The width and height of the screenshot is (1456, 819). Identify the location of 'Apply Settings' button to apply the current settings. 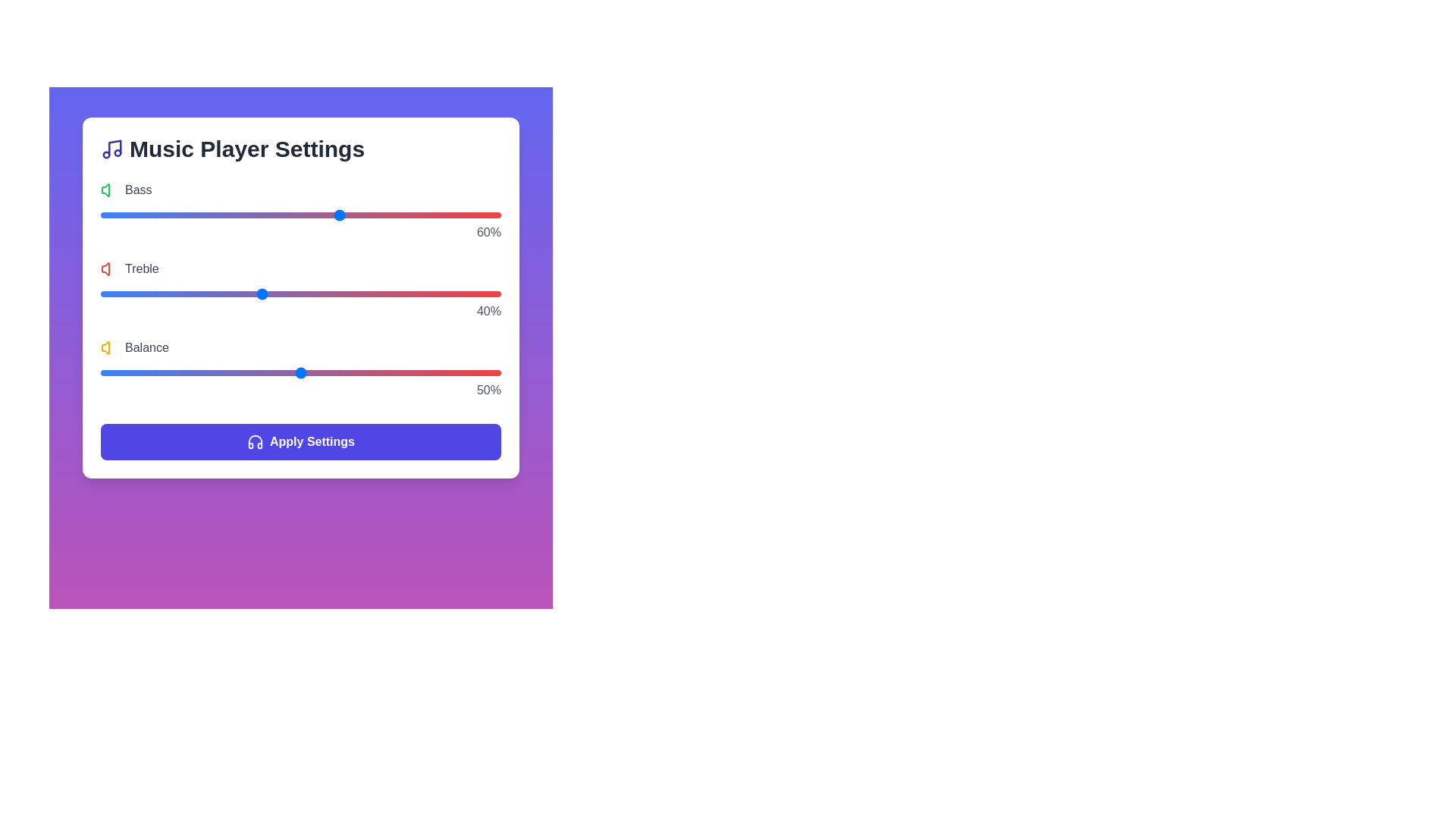
(301, 441).